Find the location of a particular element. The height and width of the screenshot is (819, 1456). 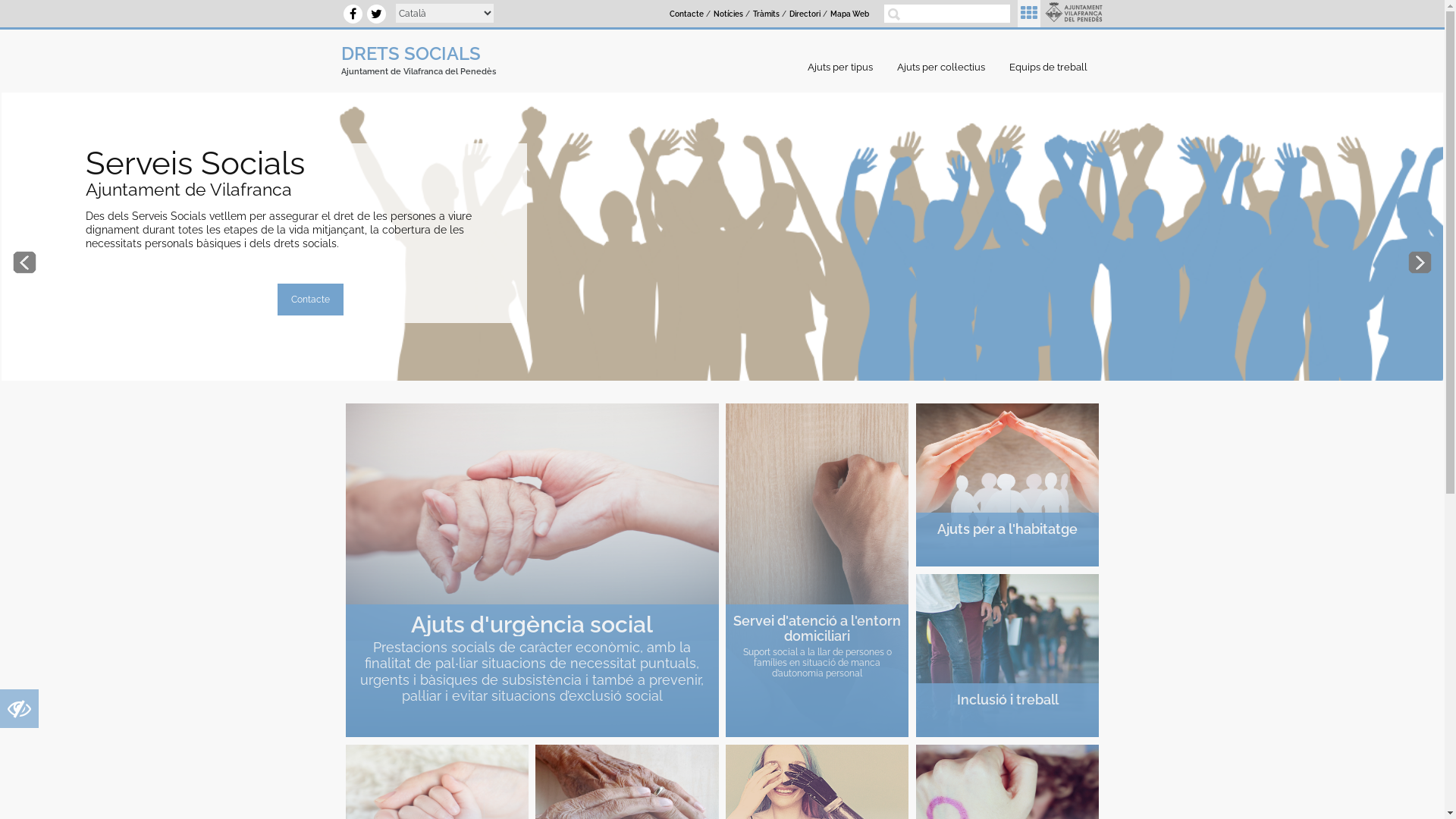

'Ajuts per a l'habitatge' is located at coordinates (1007, 485).